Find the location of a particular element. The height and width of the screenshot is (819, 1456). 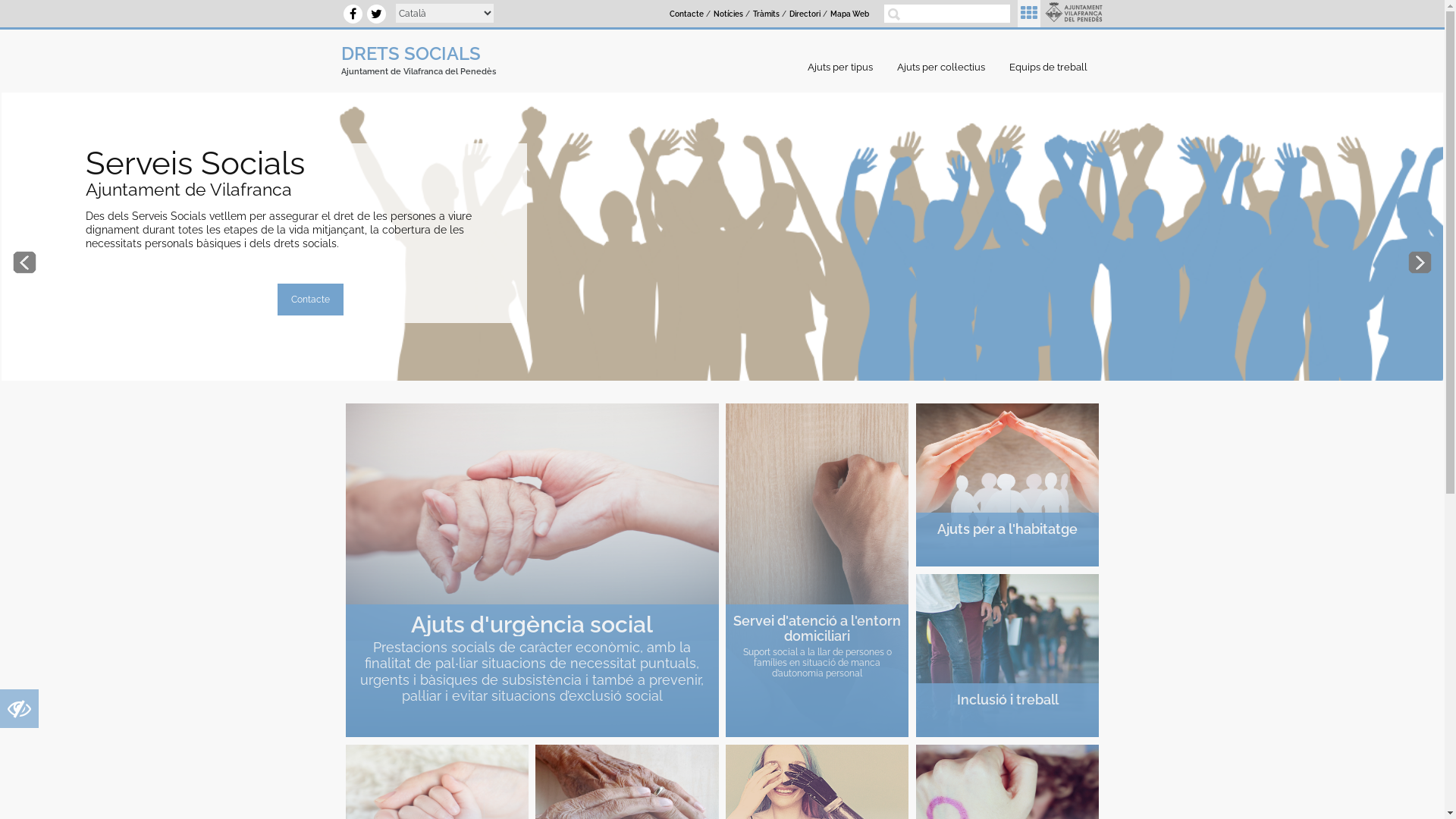

'Ajuts per a l'habitatge' is located at coordinates (1007, 485).